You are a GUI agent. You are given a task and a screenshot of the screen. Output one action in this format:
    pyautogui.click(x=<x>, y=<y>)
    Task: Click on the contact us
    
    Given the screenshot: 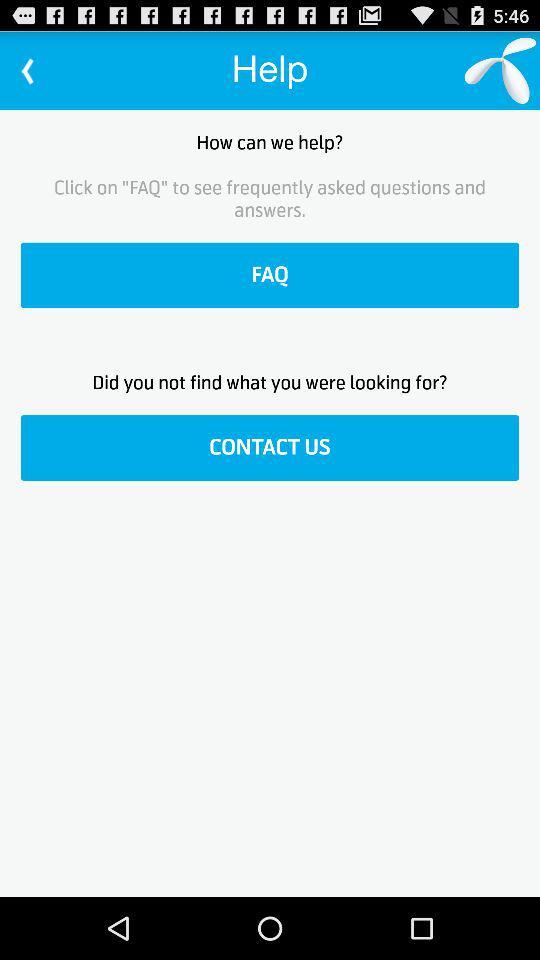 What is the action you would take?
    pyautogui.click(x=270, y=447)
    